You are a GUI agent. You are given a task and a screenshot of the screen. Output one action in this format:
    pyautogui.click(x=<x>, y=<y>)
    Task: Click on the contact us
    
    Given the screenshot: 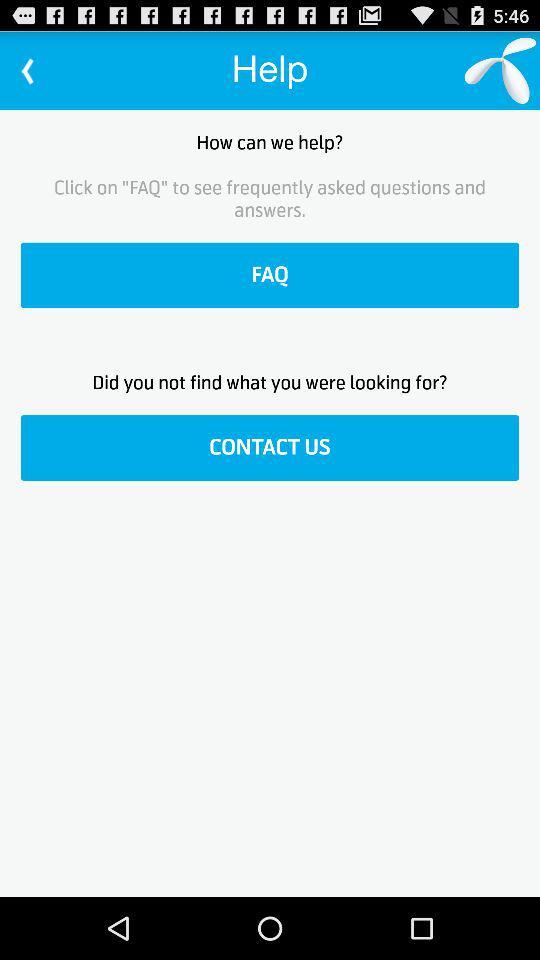 What is the action you would take?
    pyautogui.click(x=270, y=447)
    